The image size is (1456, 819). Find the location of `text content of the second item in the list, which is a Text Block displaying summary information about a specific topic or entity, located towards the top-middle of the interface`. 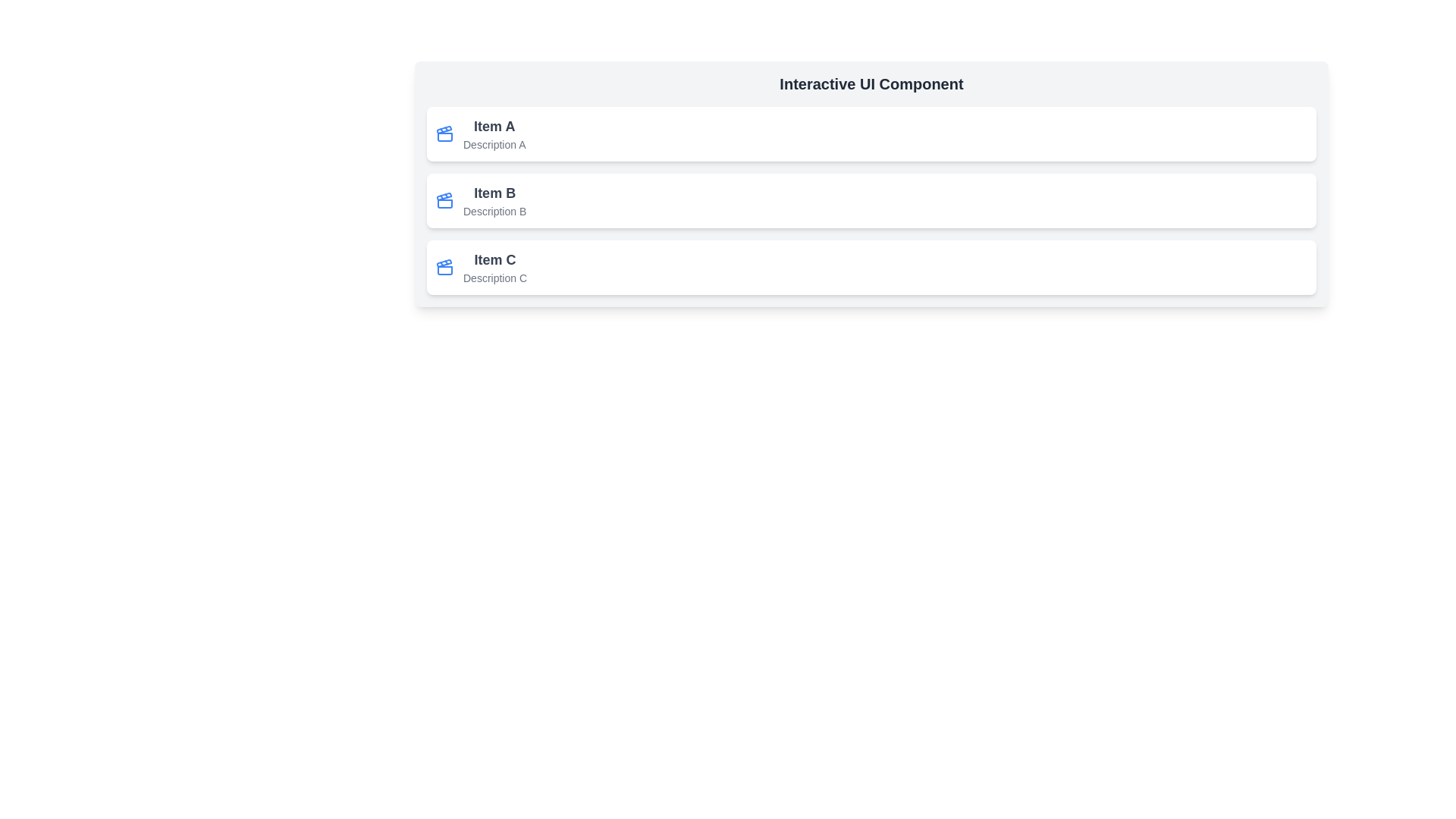

text content of the second item in the list, which is a Text Block displaying summary information about a specific topic or entity, located towards the top-middle of the interface is located at coordinates (494, 200).